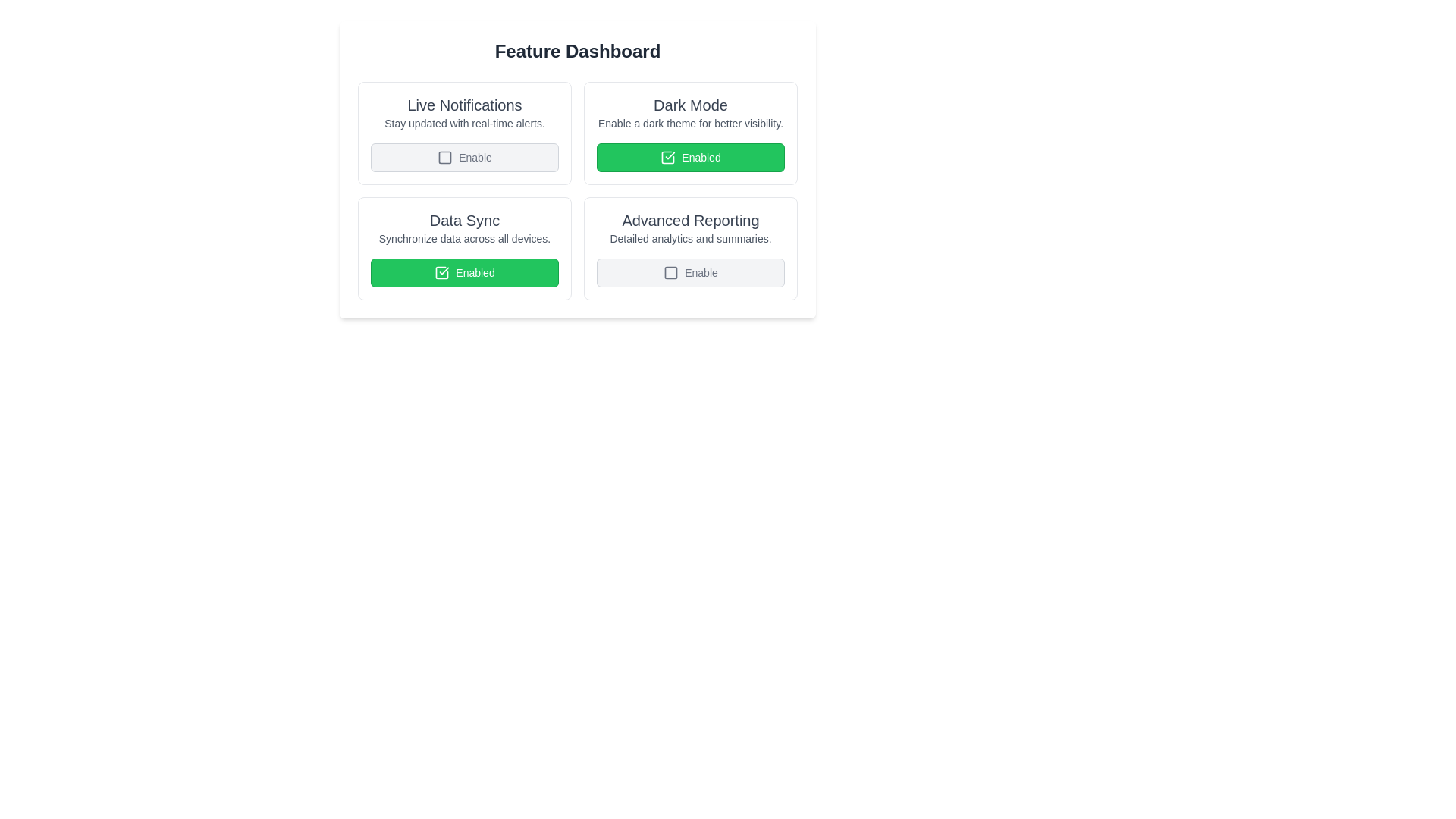 Image resolution: width=1456 pixels, height=819 pixels. I want to click on the Text Label that provides a title and description for the Advanced Reporting feature located in the bottom-right section of the interface under the Feature Dashboard heading, so click(690, 227).